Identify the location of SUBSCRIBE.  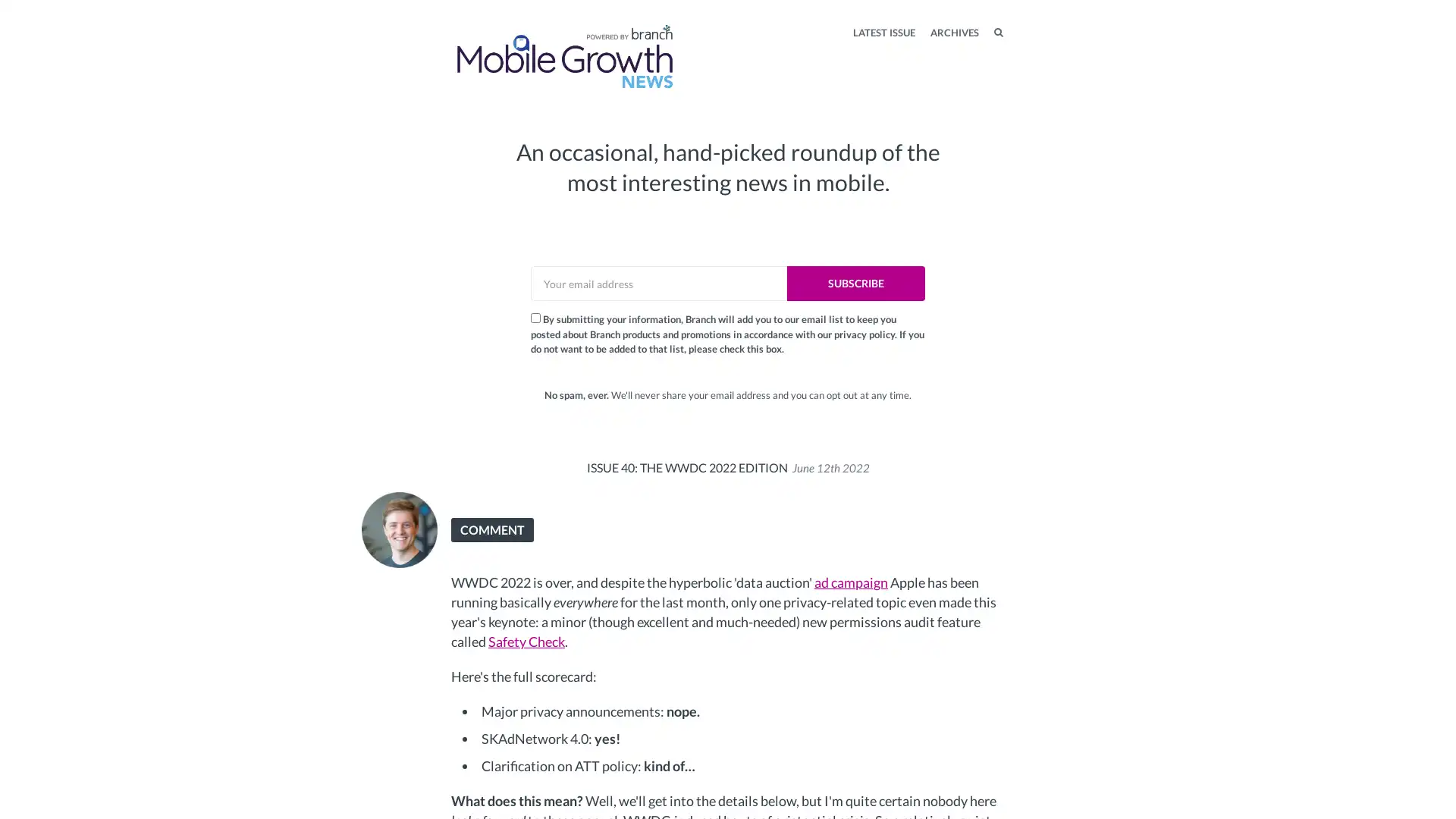
(855, 284).